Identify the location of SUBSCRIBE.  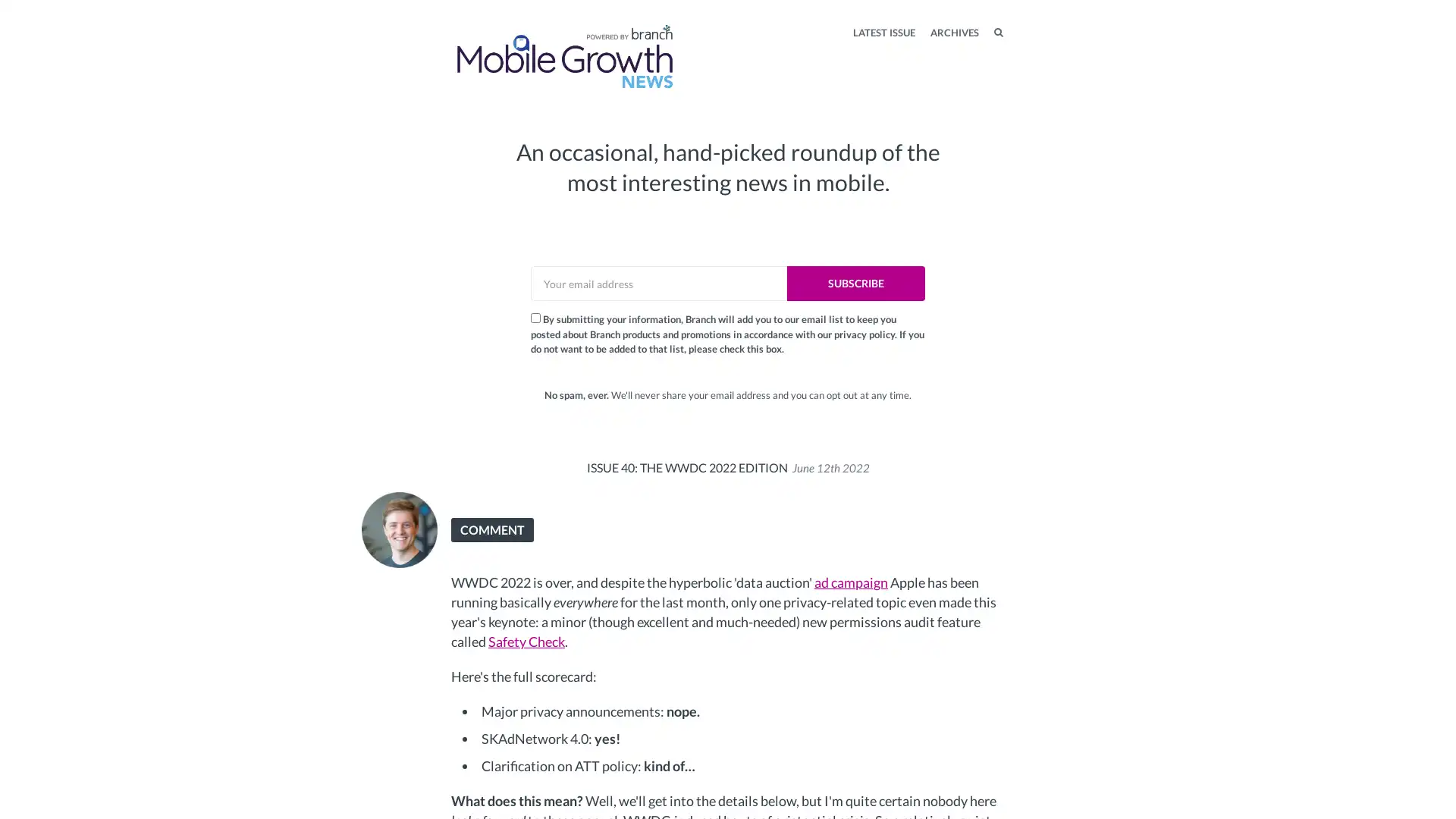
(855, 284).